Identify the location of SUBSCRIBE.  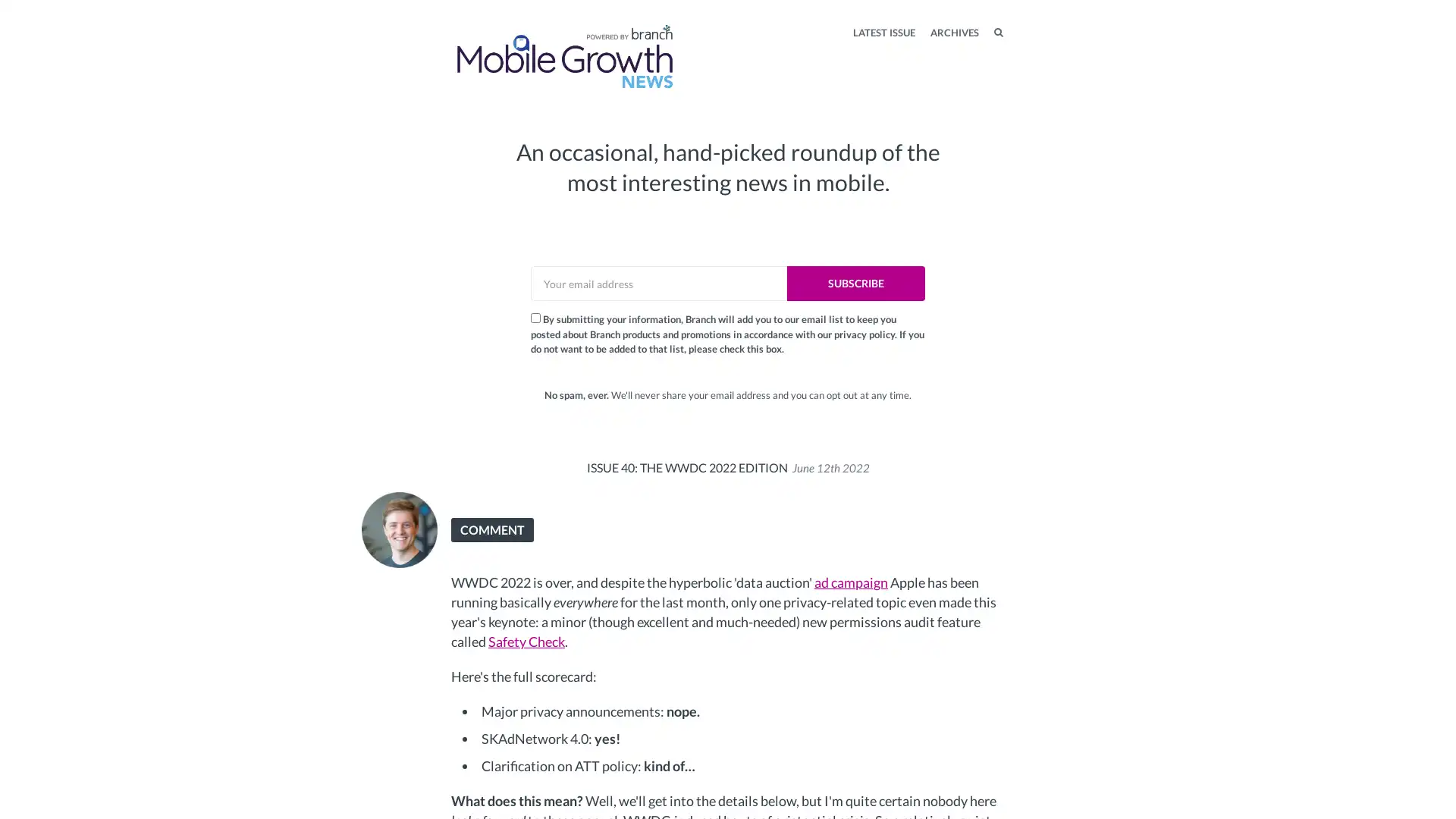
(855, 284).